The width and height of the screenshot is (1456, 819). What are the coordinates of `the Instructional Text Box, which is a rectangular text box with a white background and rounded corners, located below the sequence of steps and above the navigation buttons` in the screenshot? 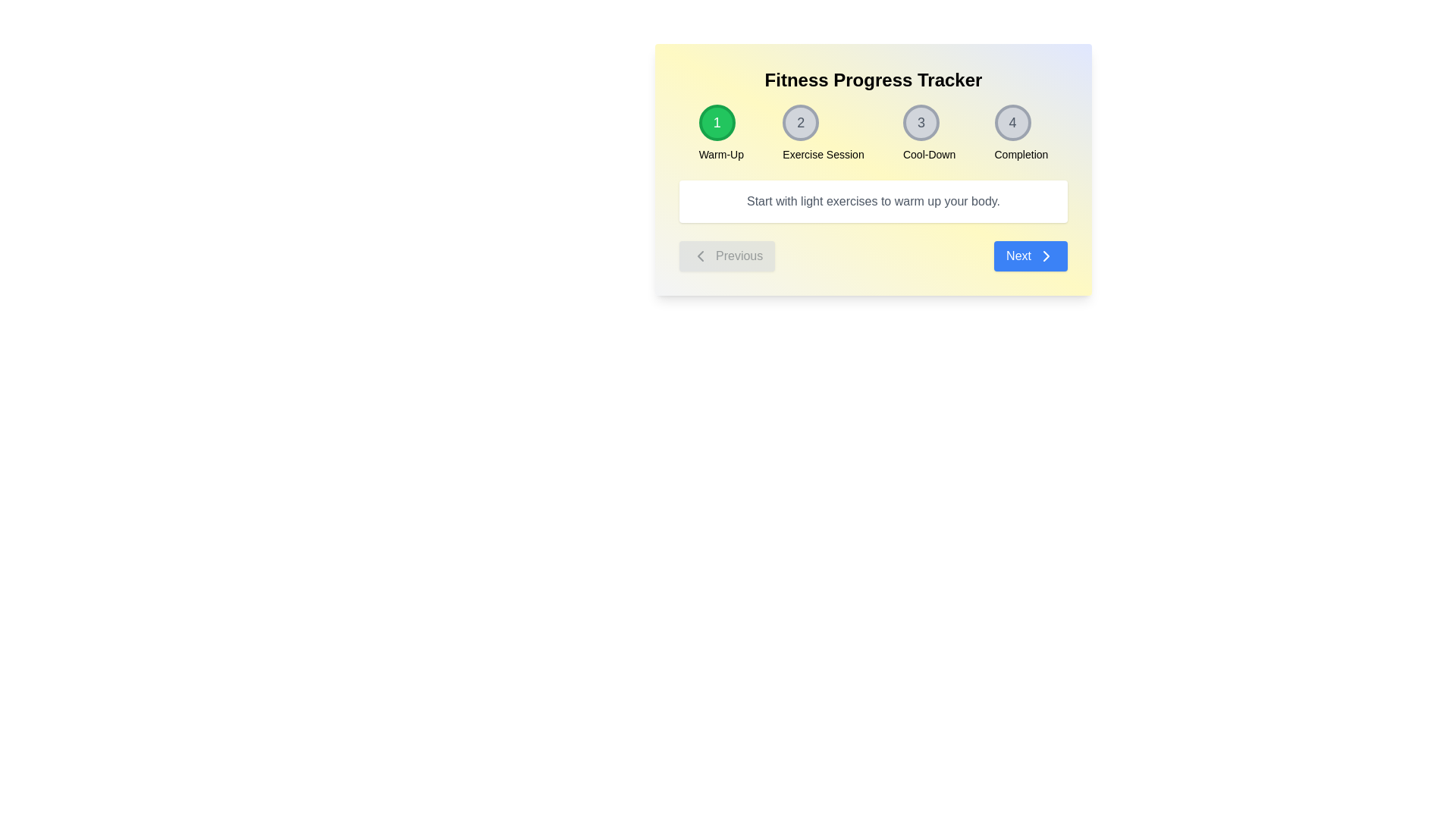 It's located at (874, 201).